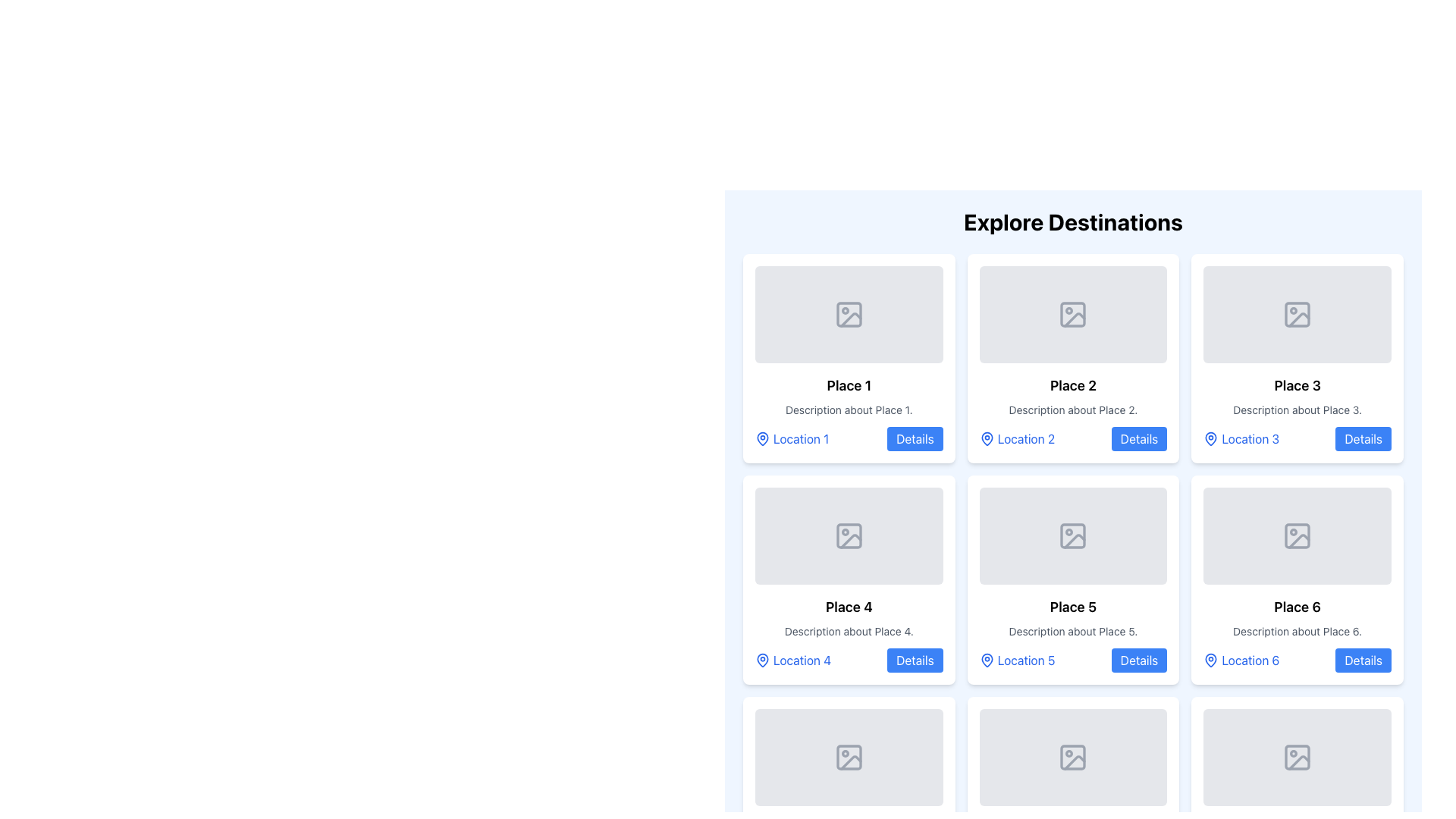 The height and width of the screenshot is (819, 1456). Describe the element at coordinates (1297, 314) in the screenshot. I see `the icon details of the Image Placeholder for 'Place 3', located in the upper section of the card above the text and buttons` at that location.